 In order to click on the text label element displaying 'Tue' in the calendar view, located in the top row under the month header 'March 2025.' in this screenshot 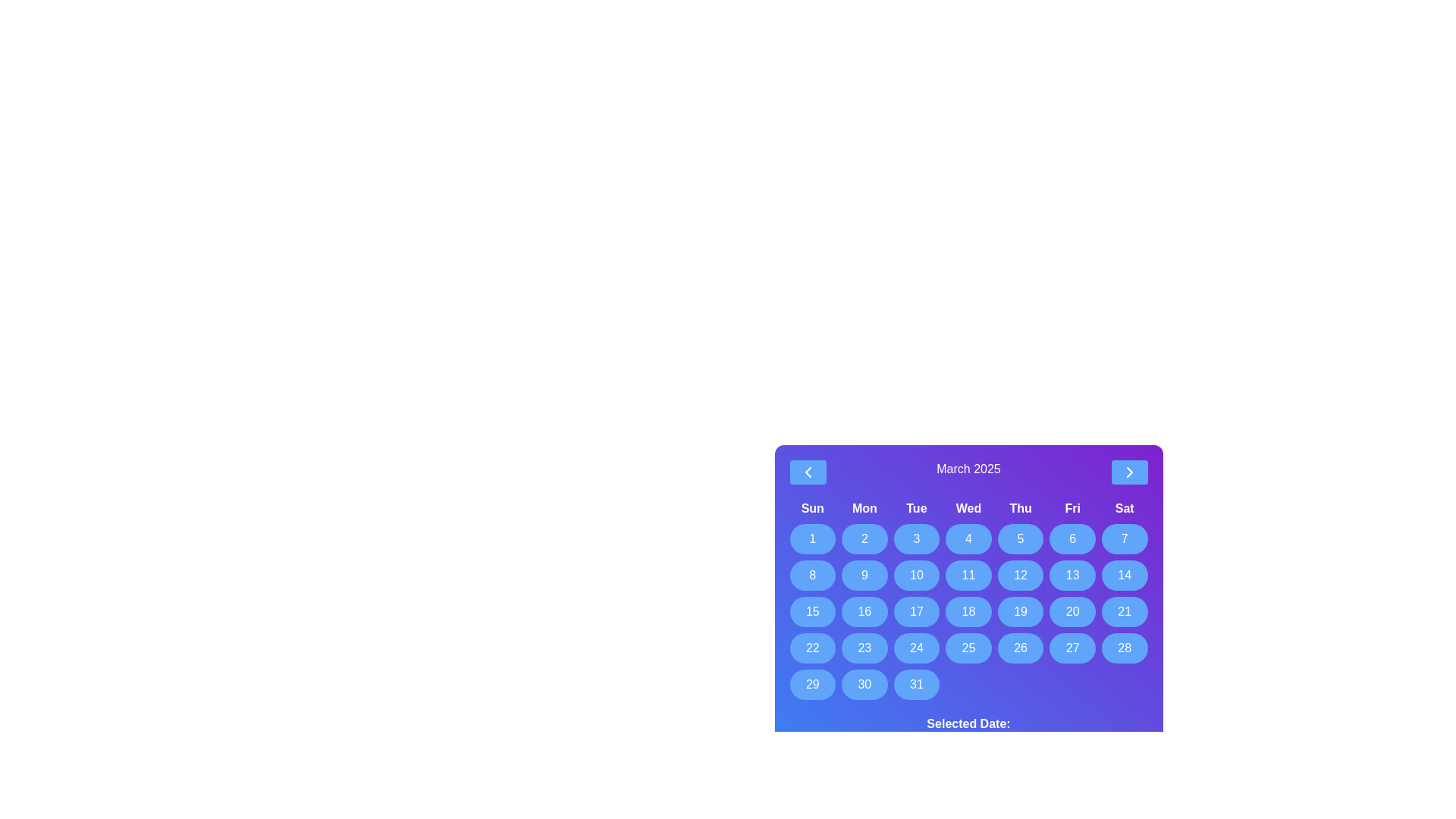, I will do `click(915, 509)`.